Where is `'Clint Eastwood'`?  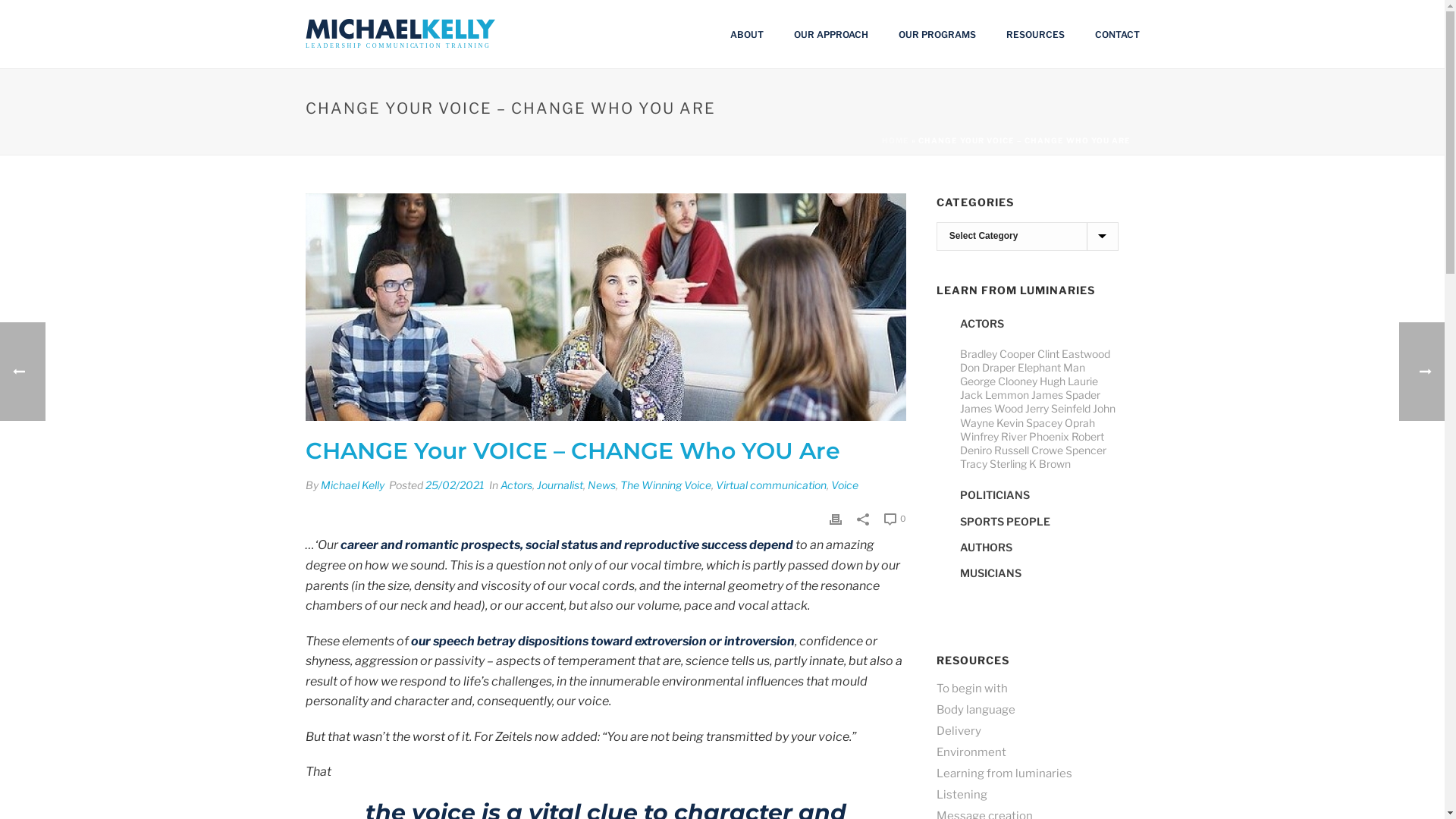 'Clint Eastwood' is located at coordinates (1073, 353).